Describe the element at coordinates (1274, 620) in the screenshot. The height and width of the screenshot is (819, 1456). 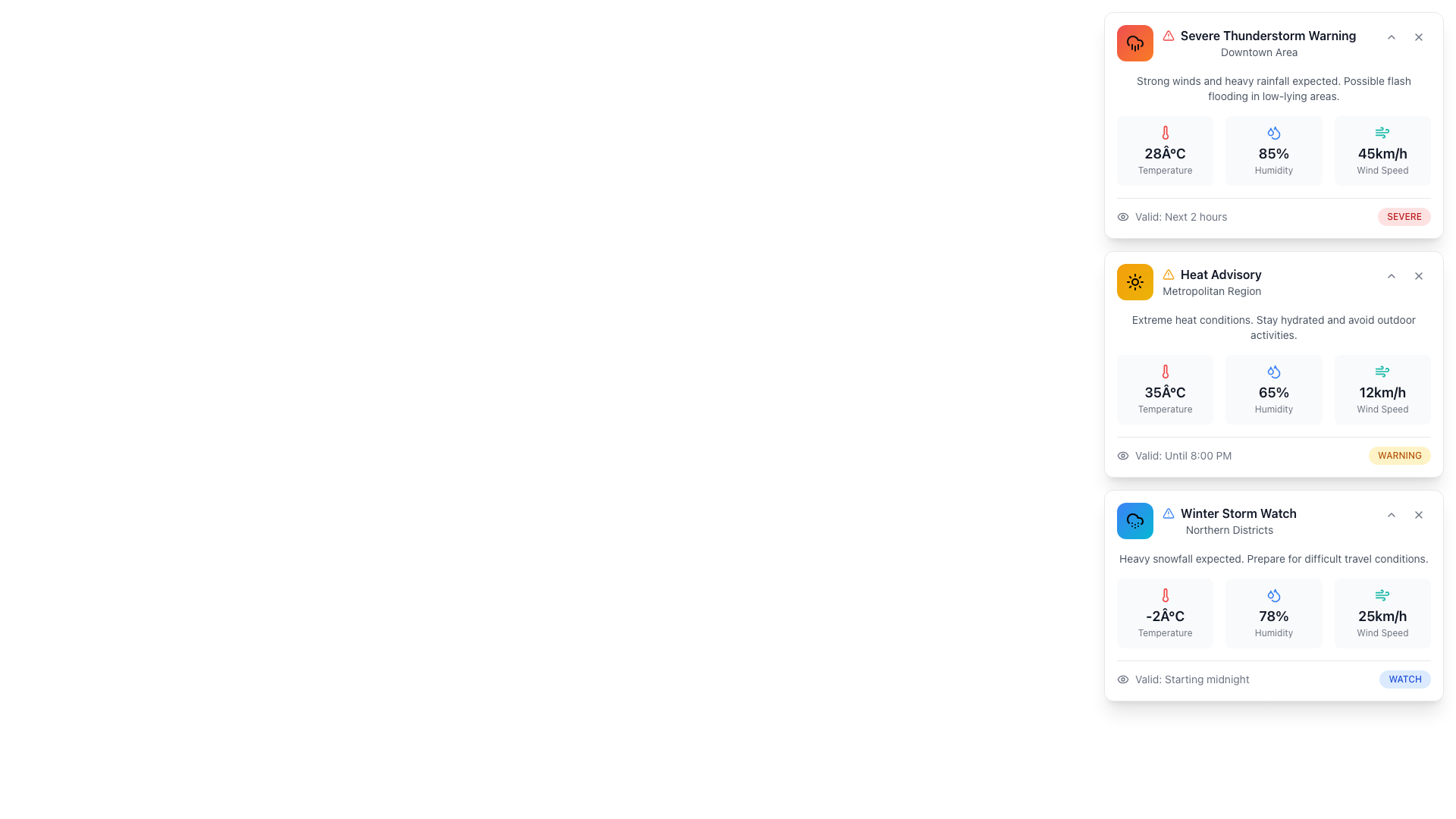
I see `the Information display card showing '78% Humidity' within the weather advisory notification, positioned in the second column between 'Temperature' and 'Wind Speed'` at that location.